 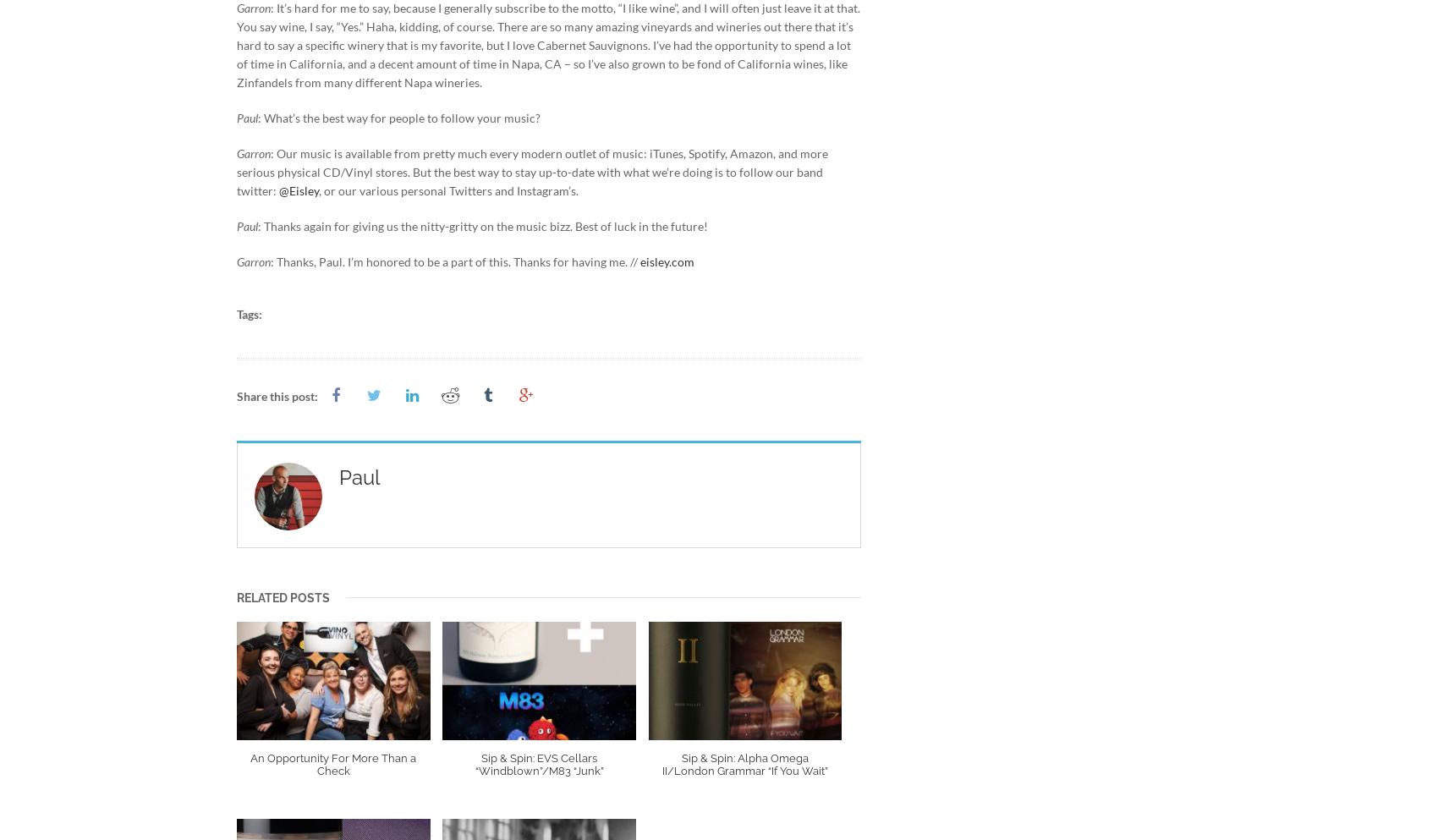 I want to click on ': Our music is available from pretty much every modern outlet of music: iTunes, Spotify, Amazon, and more serious physical CD/Vinyl stores. But the best way to stay up-to-date with what we’re doing is to follow our band twitter:', so click(x=531, y=171).